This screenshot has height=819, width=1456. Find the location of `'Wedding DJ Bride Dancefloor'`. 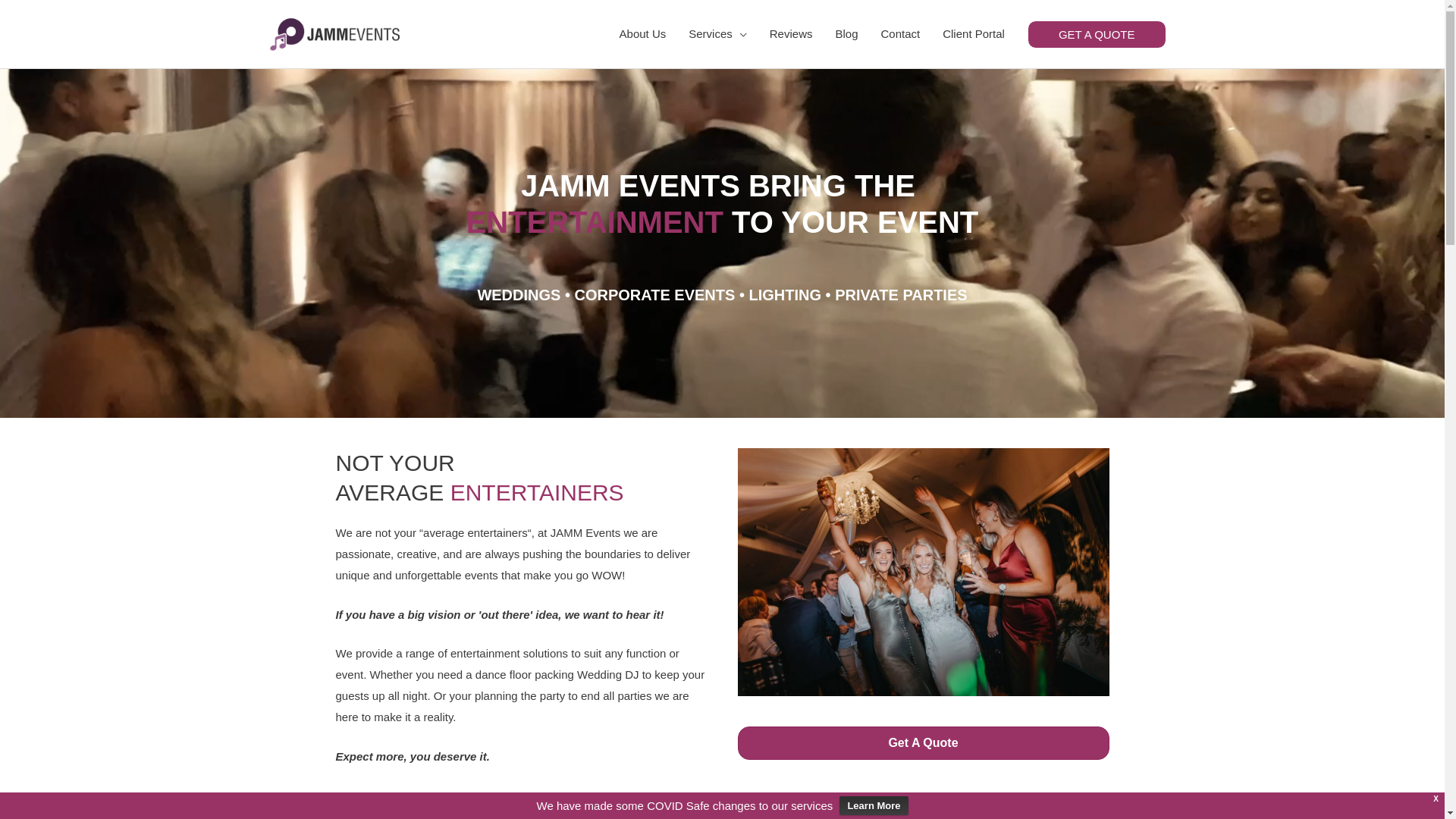

'Wedding DJ Bride Dancefloor' is located at coordinates (922, 572).